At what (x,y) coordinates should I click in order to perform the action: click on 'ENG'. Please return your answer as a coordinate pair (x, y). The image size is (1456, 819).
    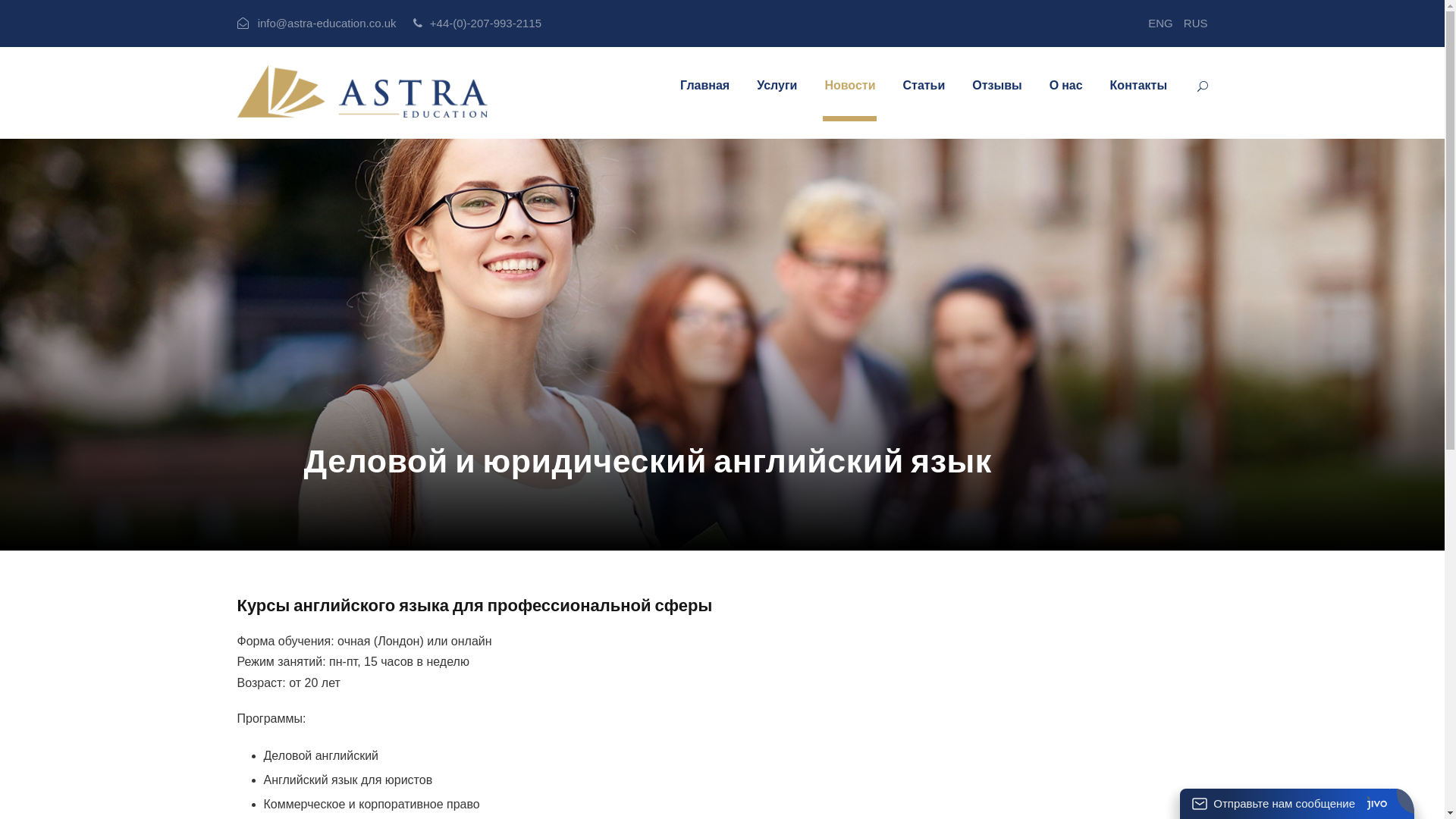
    Looking at the image, I should click on (1156, 23).